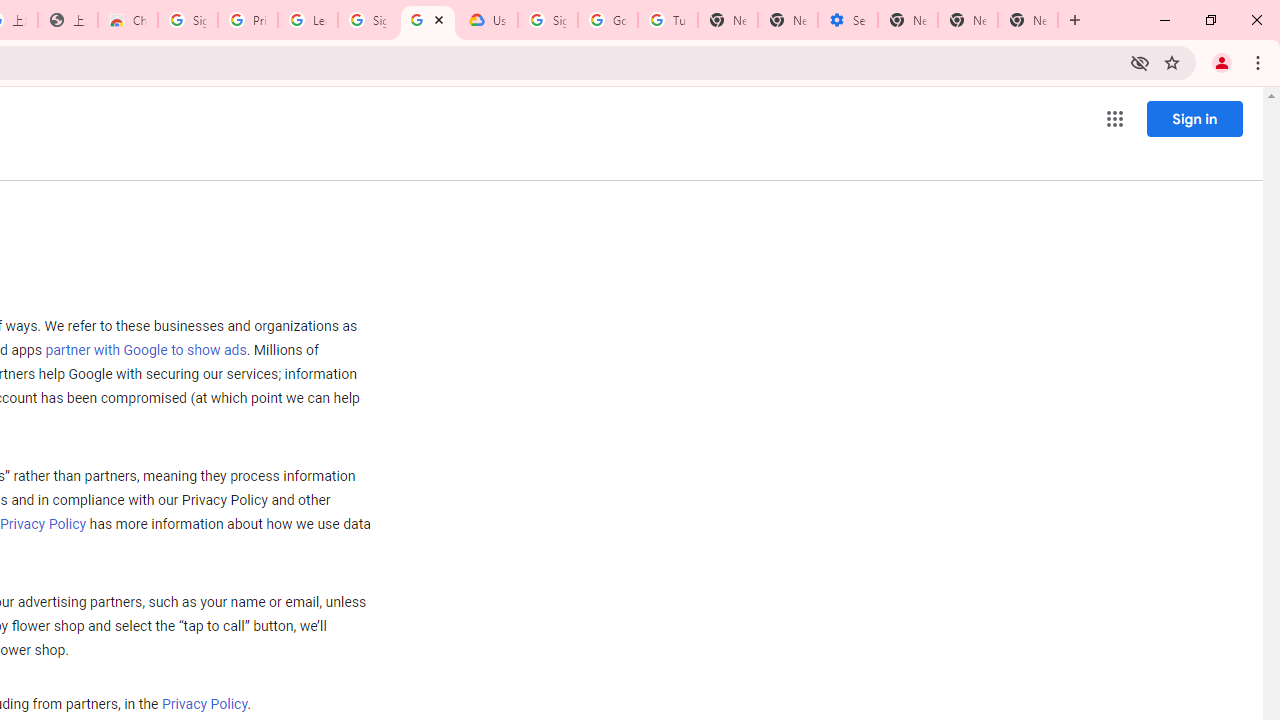 This screenshot has width=1280, height=720. What do you see at coordinates (144, 350) in the screenshot?
I see `'partner with Google to show ads'` at bounding box center [144, 350].